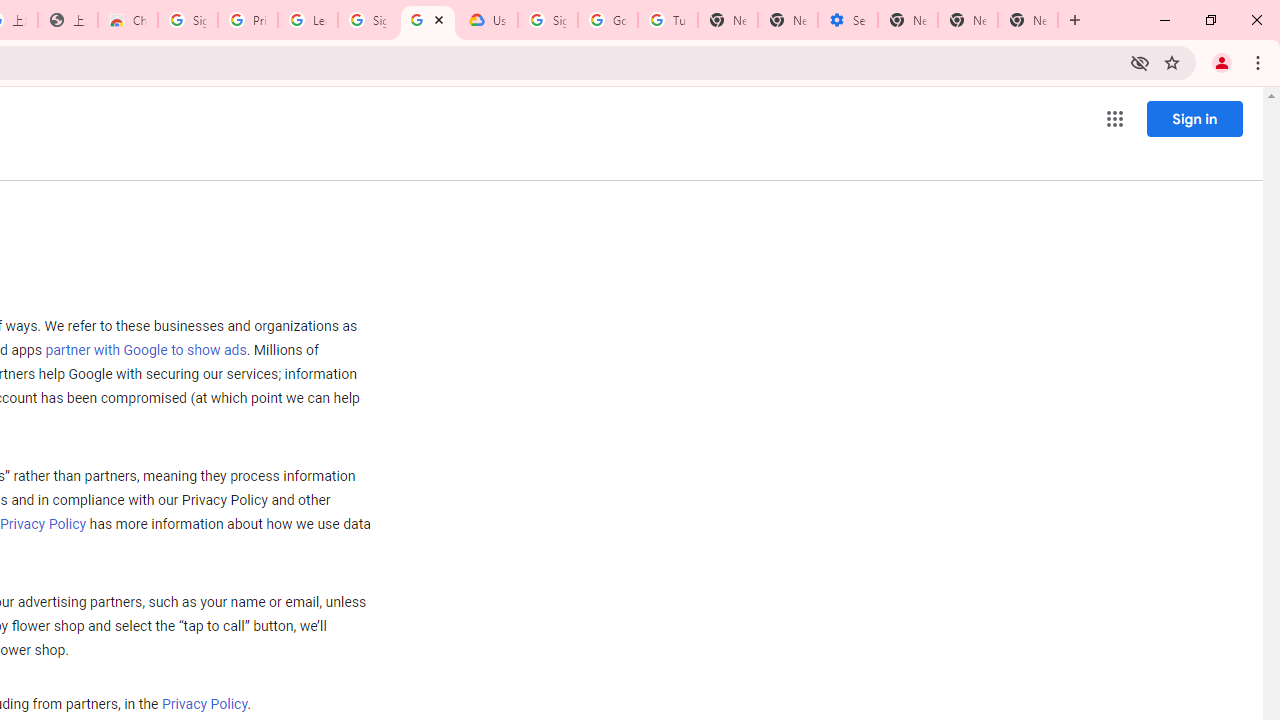 This screenshot has width=1280, height=720. What do you see at coordinates (144, 350) in the screenshot?
I see `'partner with Google to show ads'` at bounding box center [144, 350].